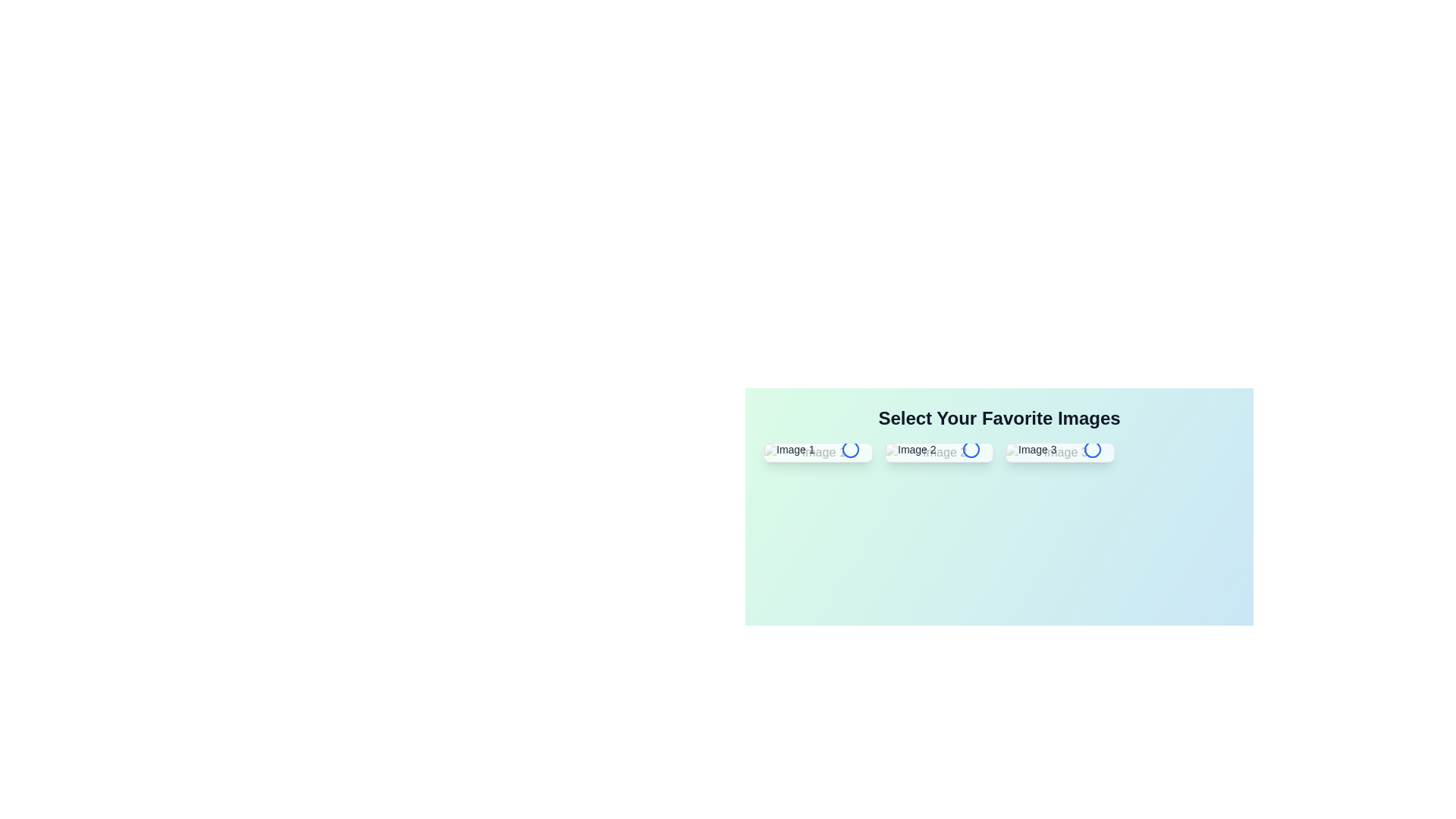  I want to click on selection icon button for the image tile labeled Image 1, so click(850, 449).